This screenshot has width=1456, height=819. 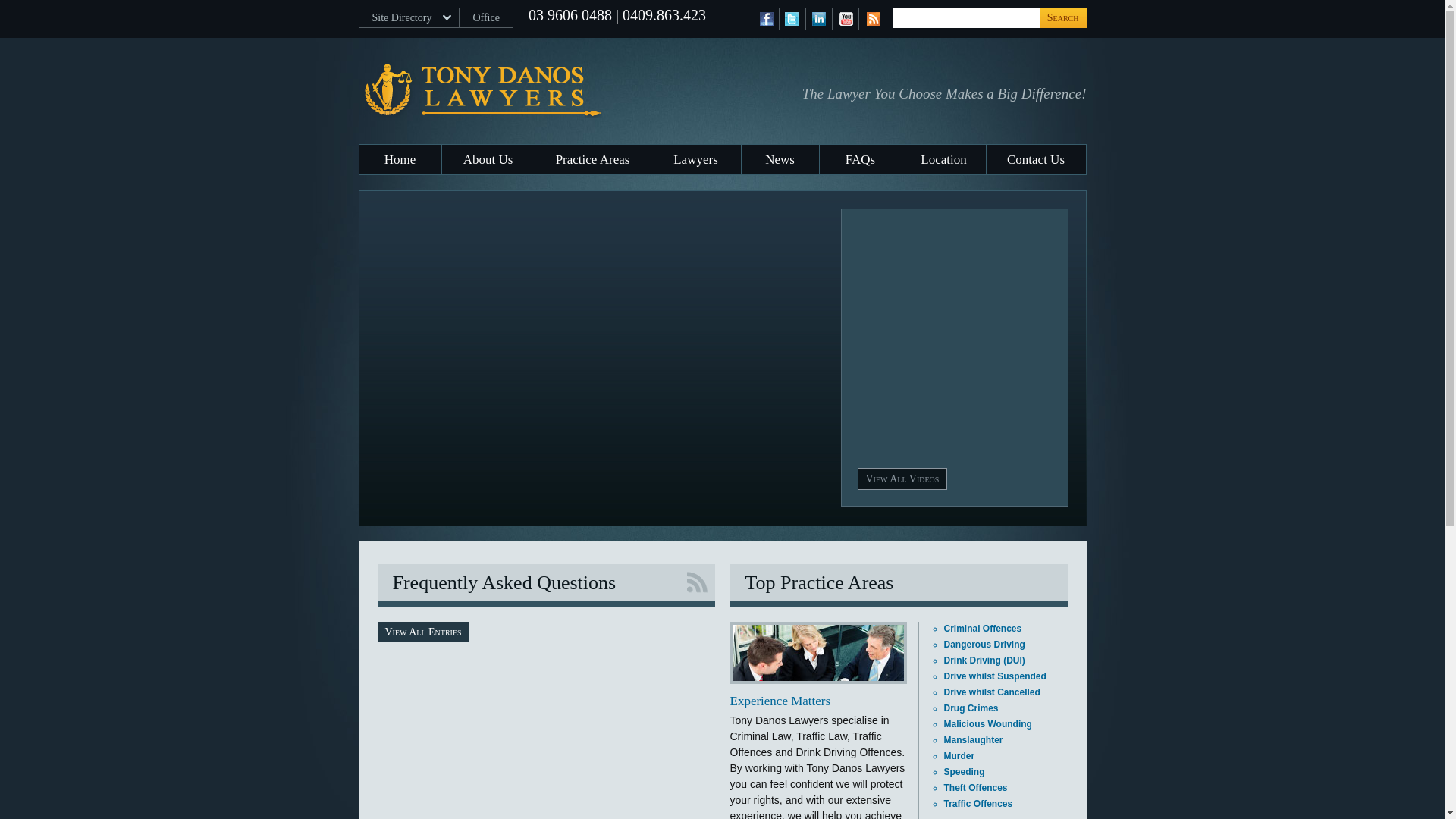 I want to click on 'About Us', so click(x=488, y=159).